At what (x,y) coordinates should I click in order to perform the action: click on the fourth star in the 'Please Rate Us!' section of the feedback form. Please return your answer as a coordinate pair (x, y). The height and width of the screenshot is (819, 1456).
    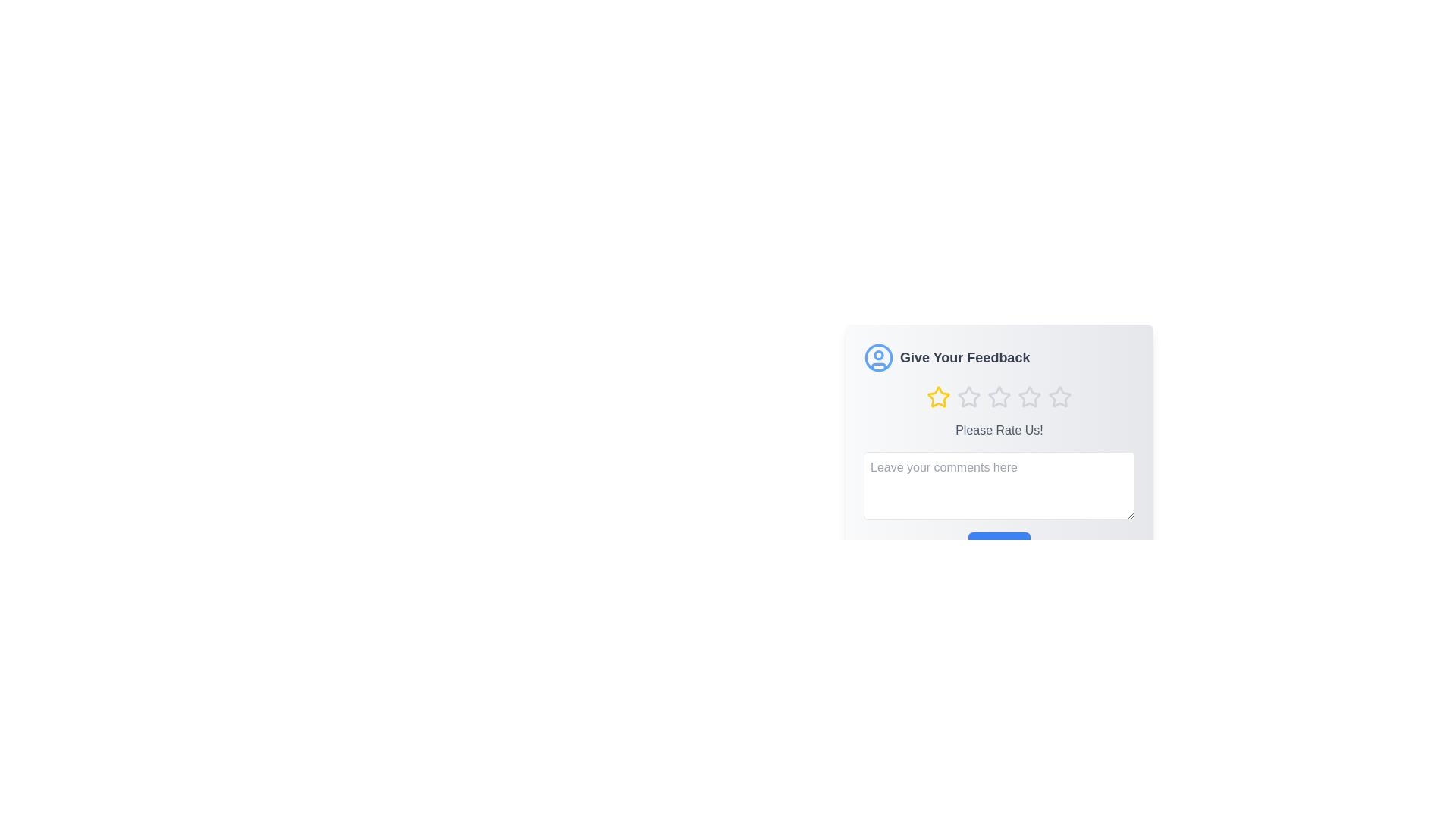
    Looking at the image, I should click on (1030, 397).